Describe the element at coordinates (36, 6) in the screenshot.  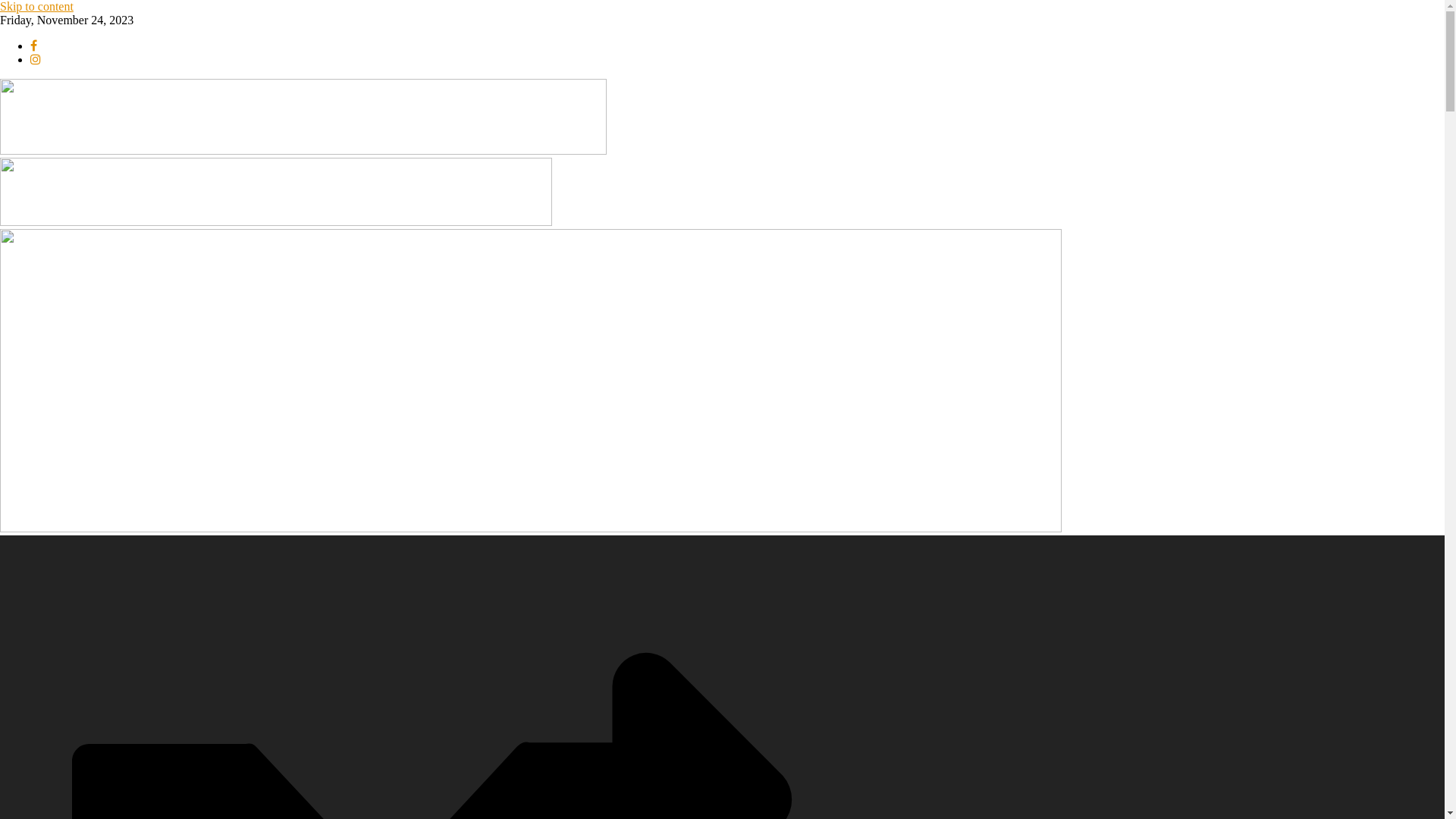
I see `'Skip to content'` at that location.